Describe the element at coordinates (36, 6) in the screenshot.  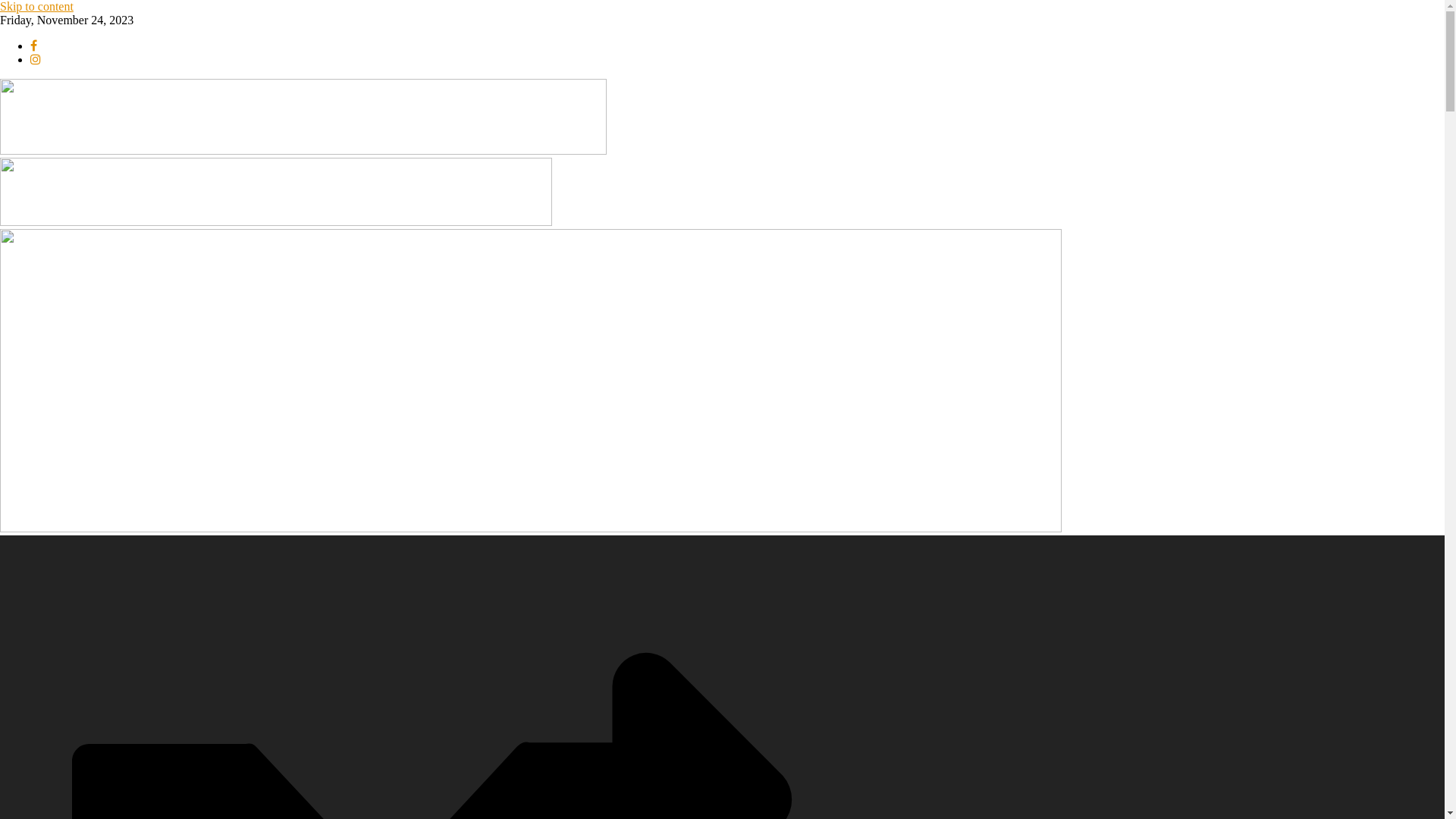
I see `'Skip to content'` at that location.